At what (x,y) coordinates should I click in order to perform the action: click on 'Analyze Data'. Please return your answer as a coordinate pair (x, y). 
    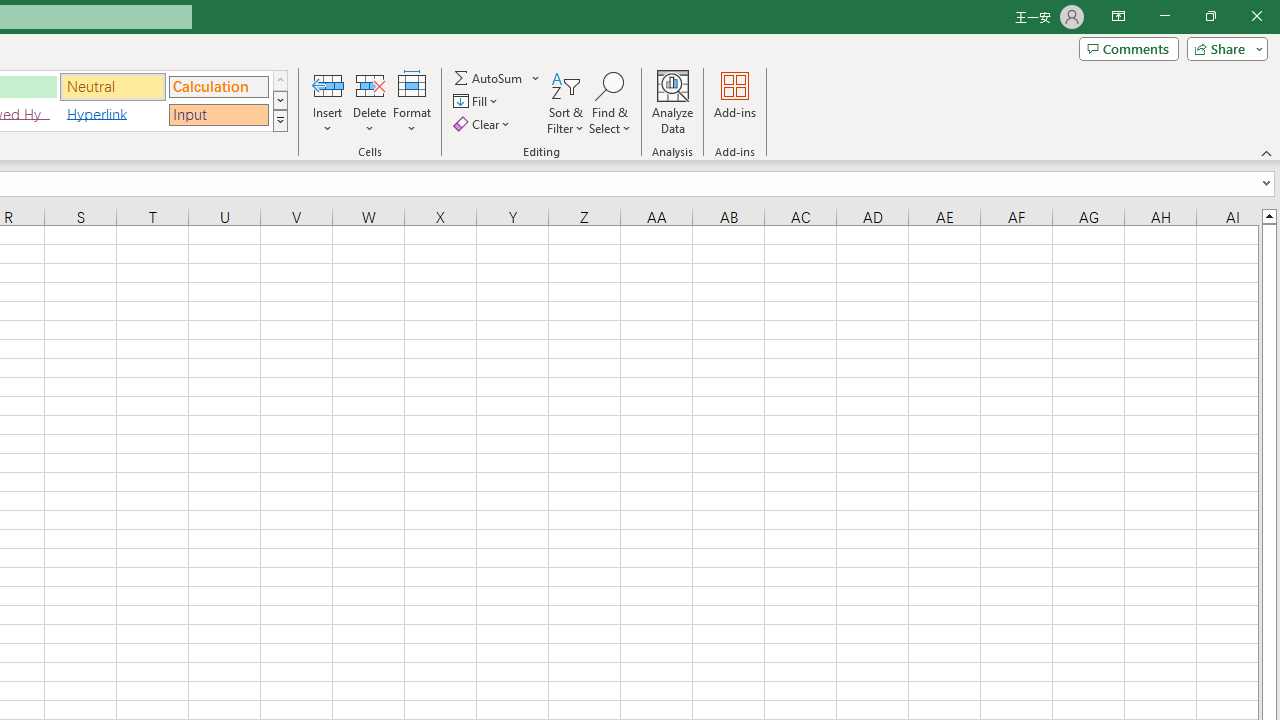
    Looking at the image, I should click on (673, 103).